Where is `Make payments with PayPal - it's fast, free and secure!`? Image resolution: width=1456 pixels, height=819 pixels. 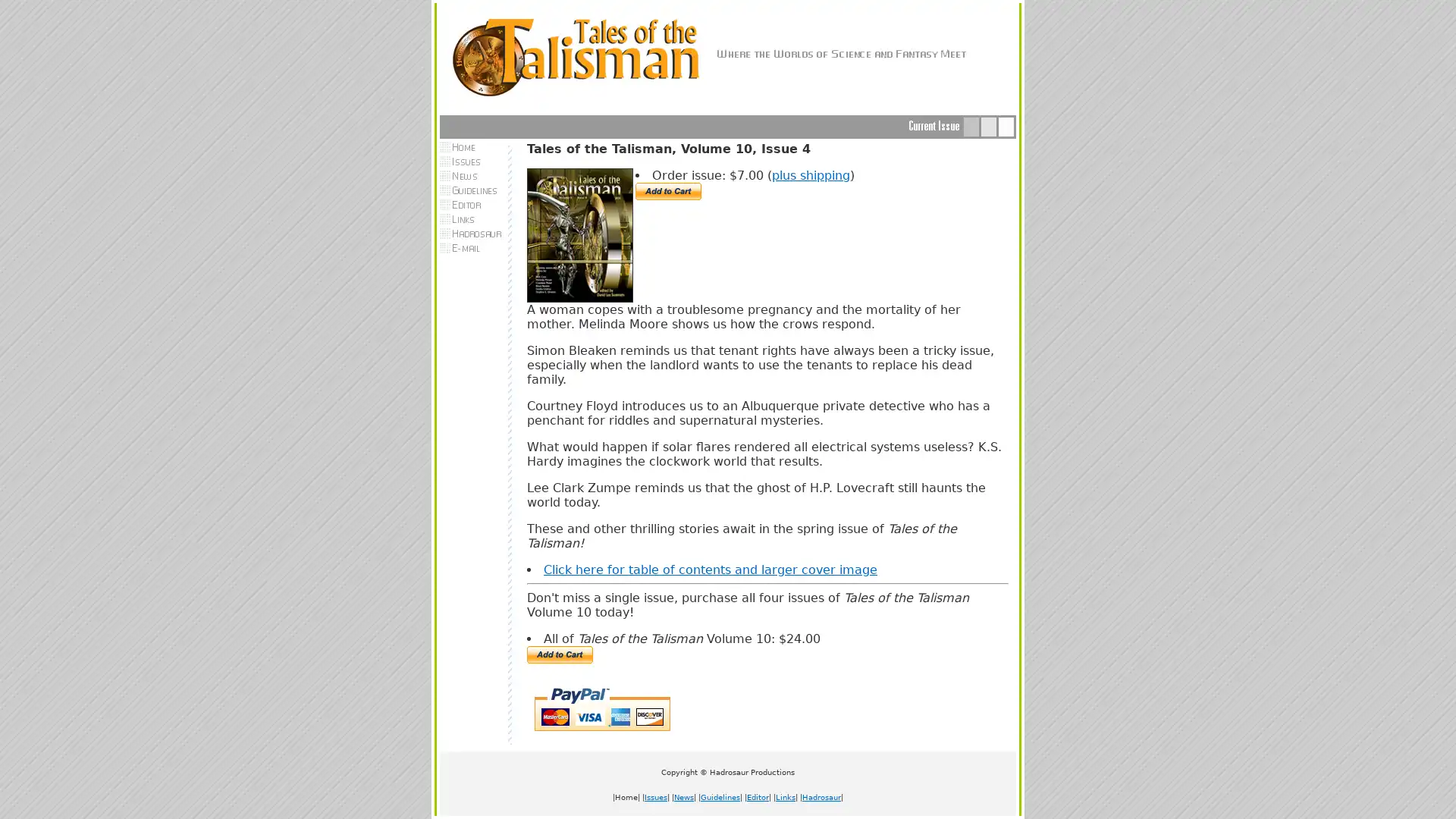 Make payments with PayPal - it's fast, free and secure! is located at coordinates (559, 654).